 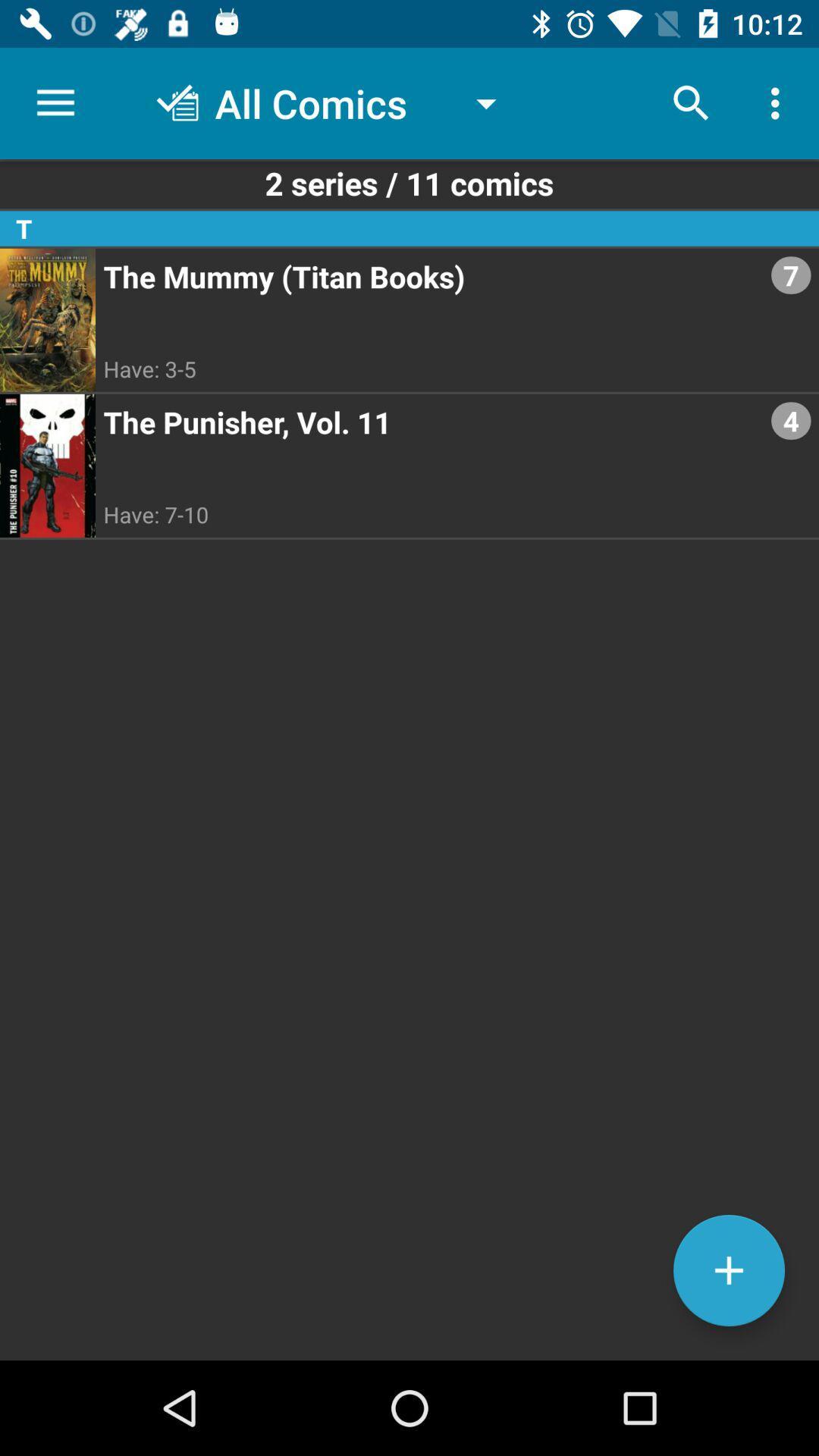 What do you see at coordinates (728, 1270) in the screenshot?
I see `the add icon` at bounding box center [728, 1270].